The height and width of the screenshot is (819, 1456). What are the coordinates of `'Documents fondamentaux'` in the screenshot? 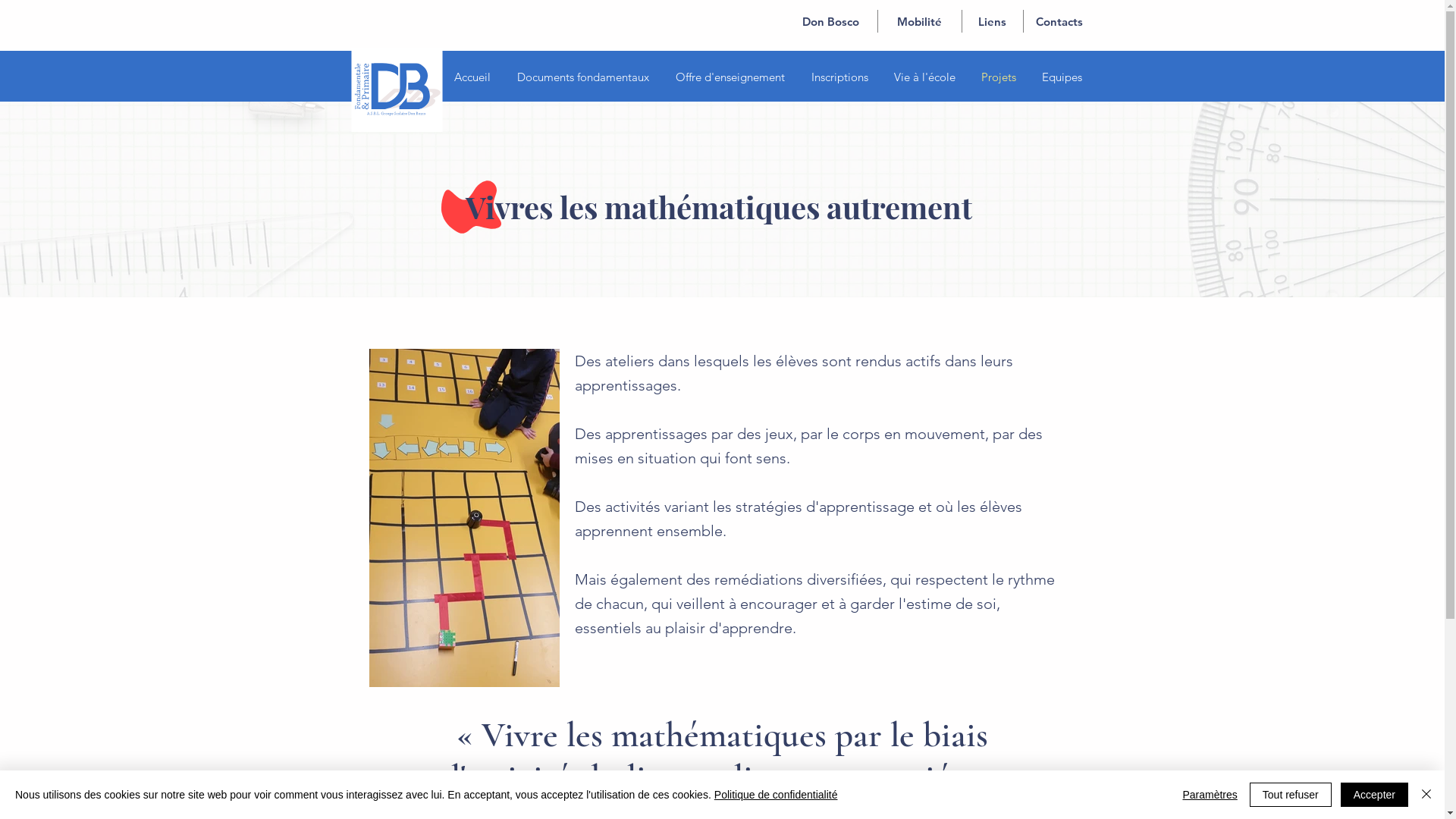 It's located at (582, 77).